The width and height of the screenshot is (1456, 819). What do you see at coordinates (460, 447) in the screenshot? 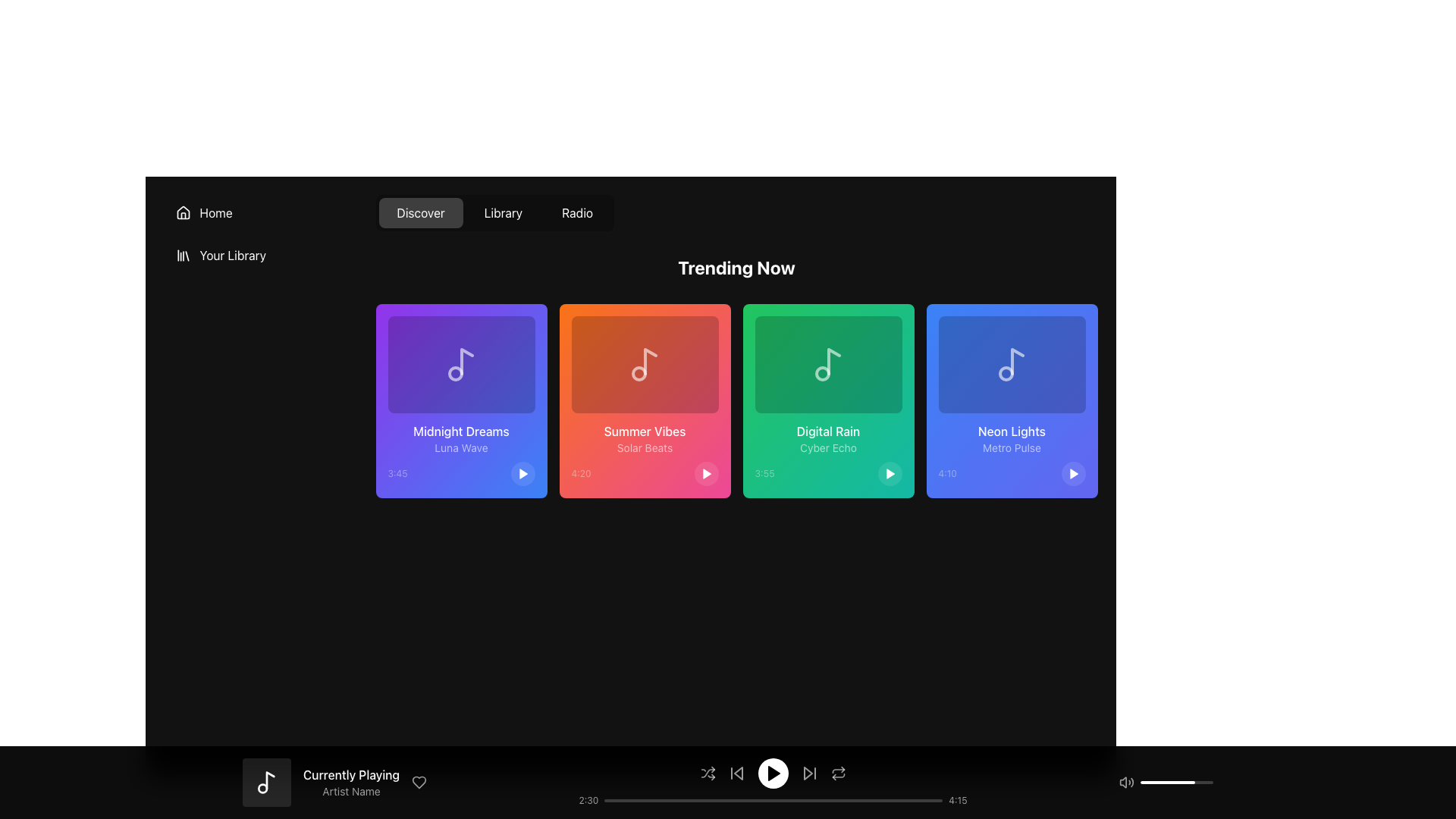
I see `the text label that provides additional information about the artist or album, located directly underneath the 'Midnight Dreams' title in the 'Trending Now' section` at bounding box center [460, 447].